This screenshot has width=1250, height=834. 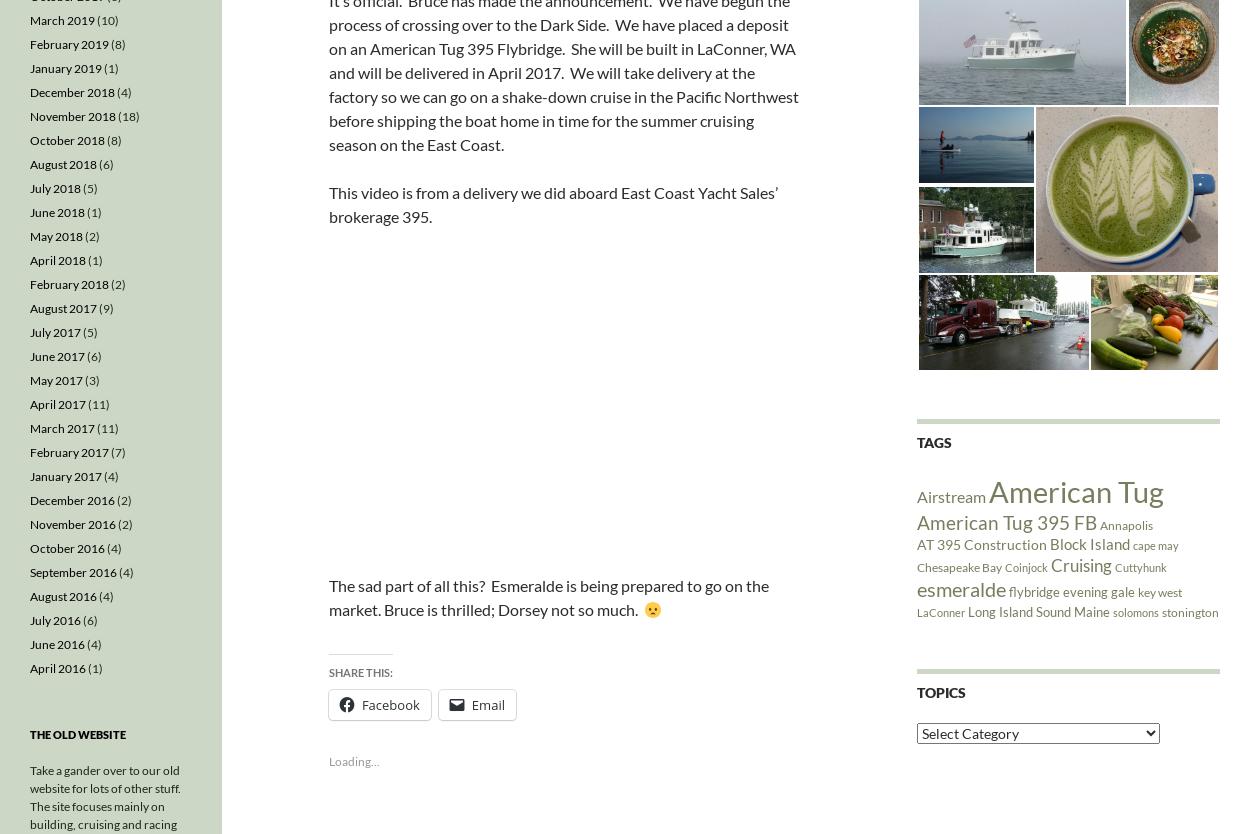 I want to click on 'Cuttyhunk', so click(x=1140, y=566).